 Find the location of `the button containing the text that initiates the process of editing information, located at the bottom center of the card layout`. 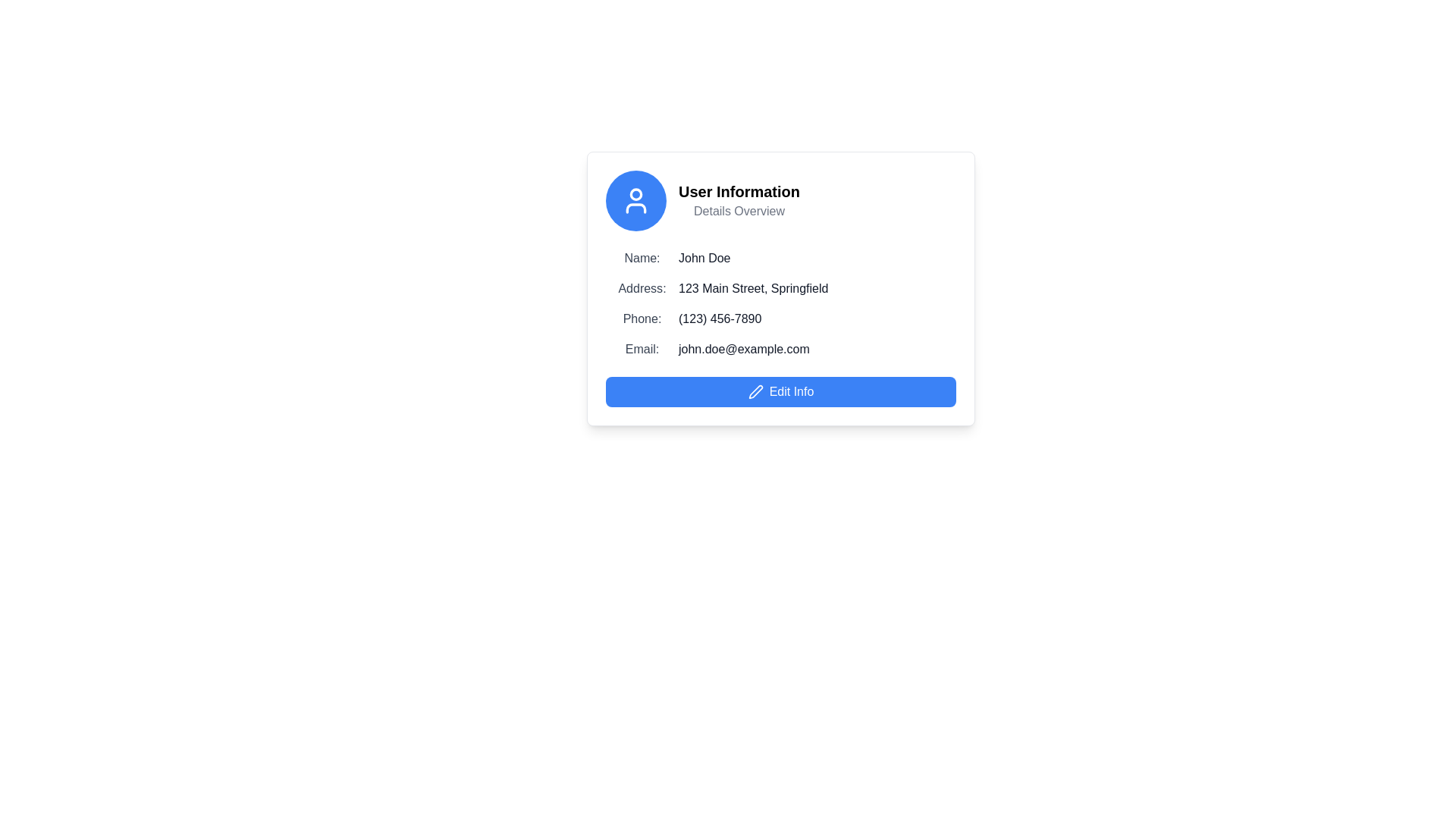

the button containing the text that initiates the process of editing information, located at the bottom center of the card layout is located at coordinates (790, 391).